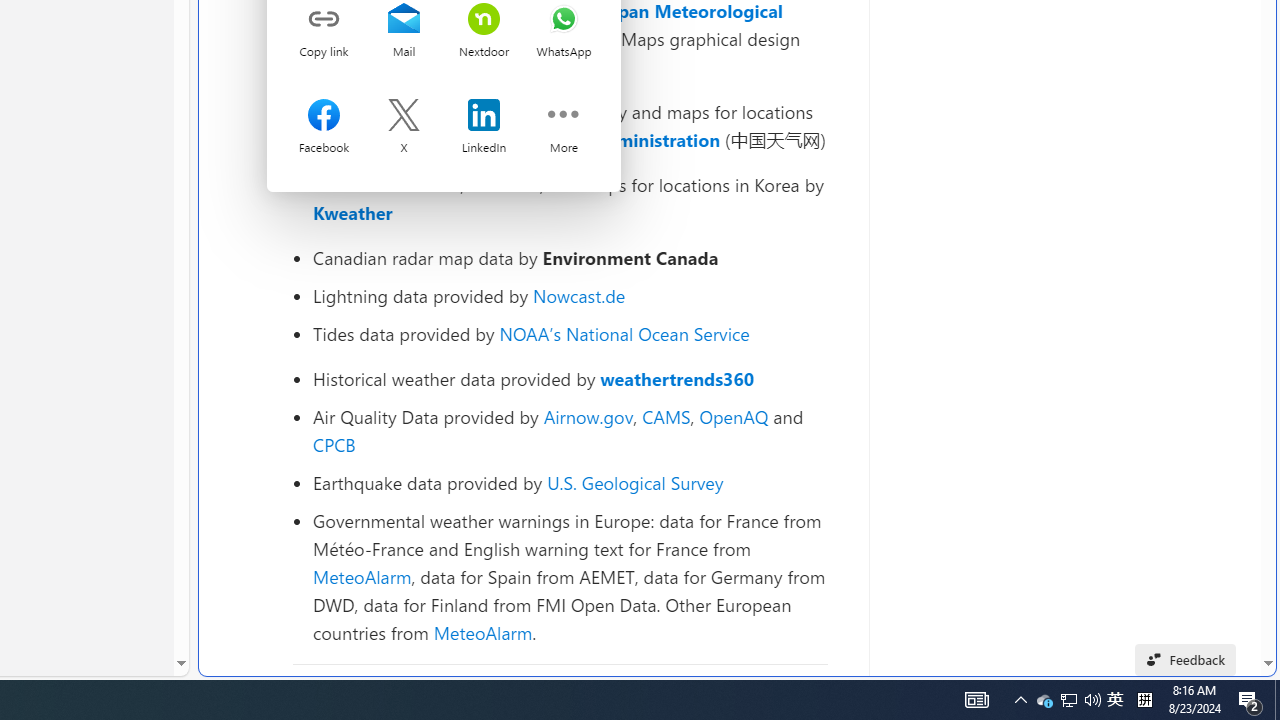  I want to click on 'Kweather', so click(353, 212).